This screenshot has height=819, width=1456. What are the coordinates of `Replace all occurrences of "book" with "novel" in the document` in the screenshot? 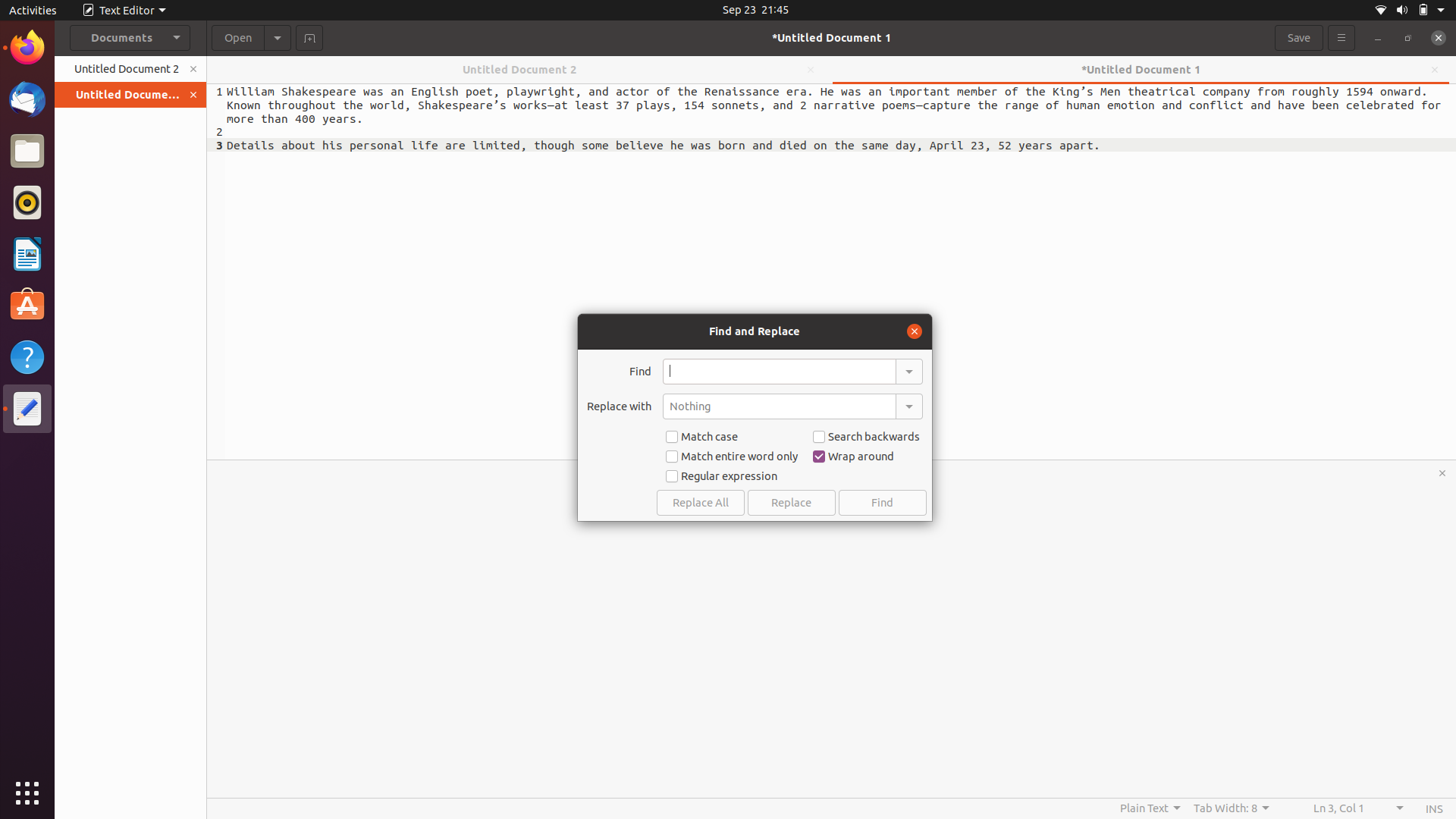 It's located at (779, 371).